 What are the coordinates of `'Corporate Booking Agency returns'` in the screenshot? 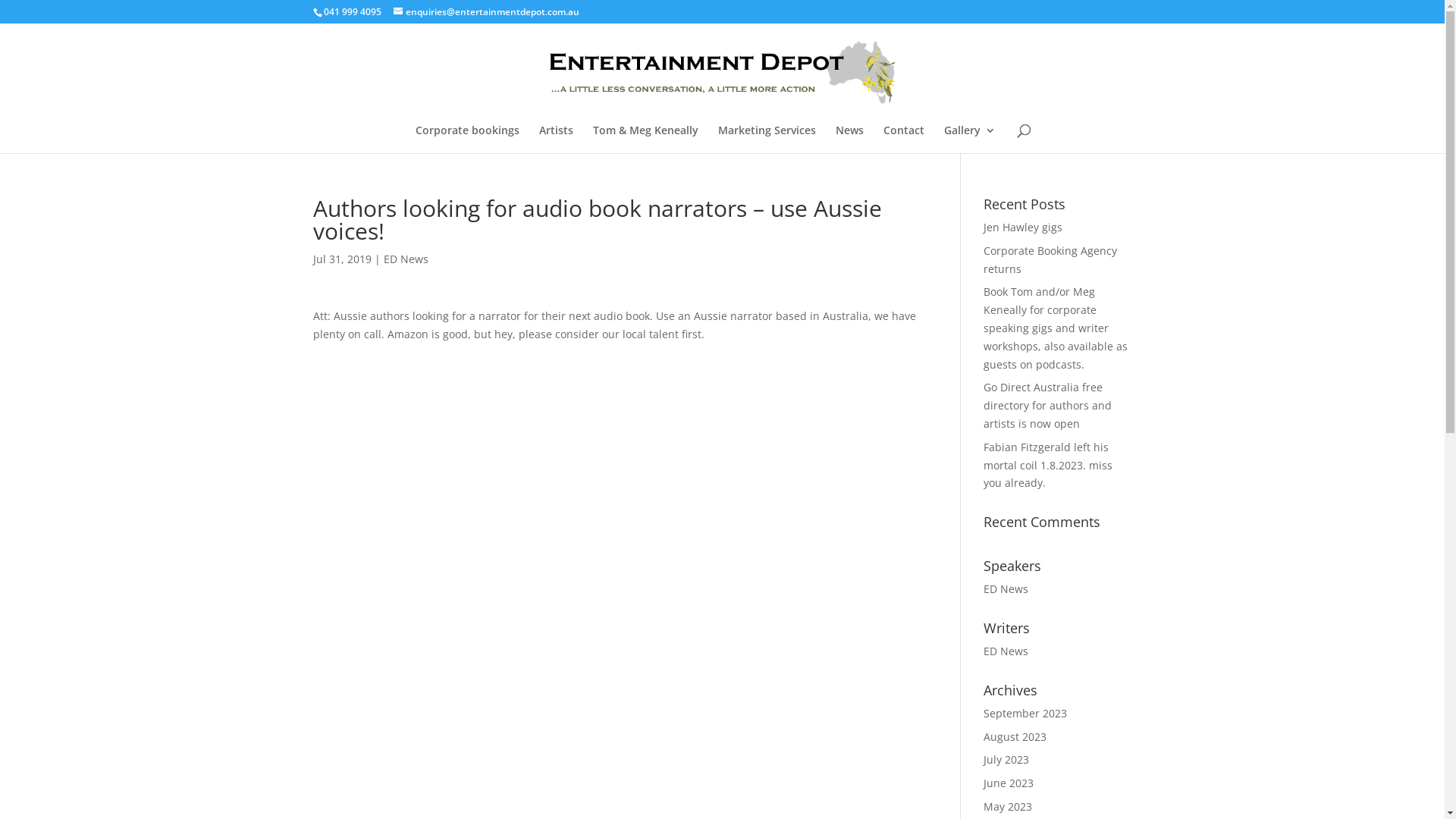 It's located at (1050, 259).